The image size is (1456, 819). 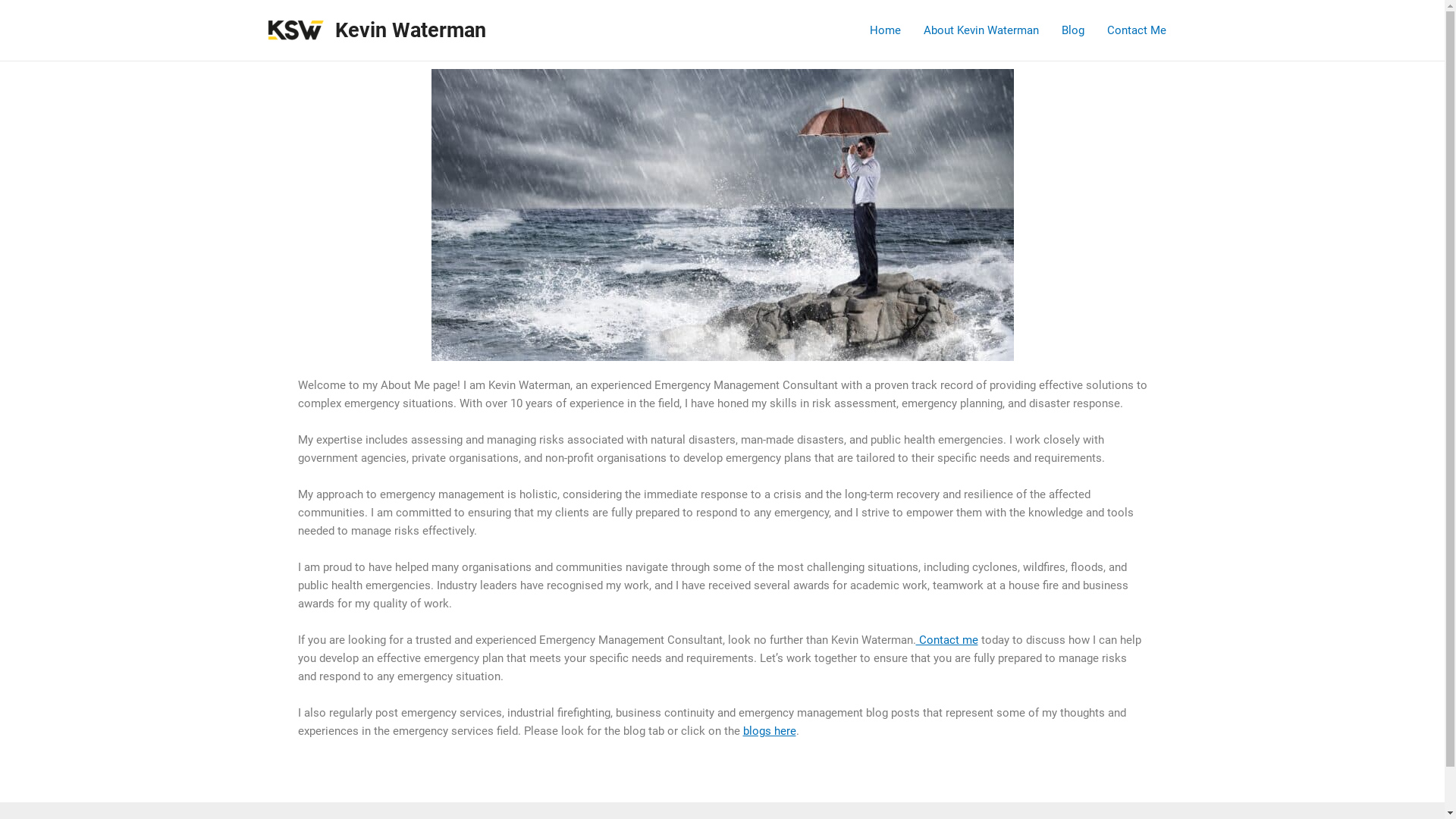 I want to click on 'Kevin Waterman', so click(x=410, y=30).